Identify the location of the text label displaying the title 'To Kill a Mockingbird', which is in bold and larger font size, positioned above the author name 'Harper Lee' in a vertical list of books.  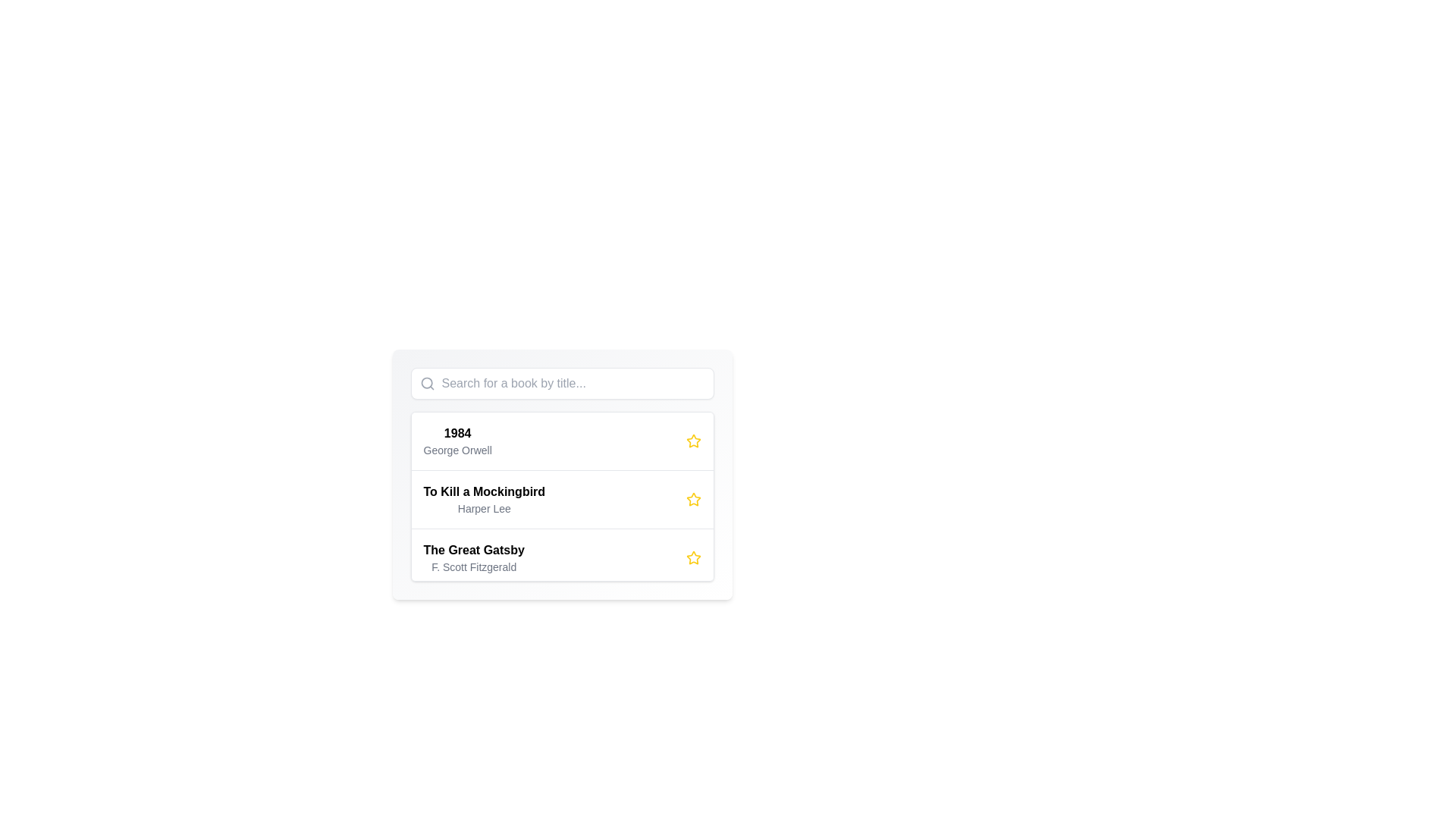
(483, 491).